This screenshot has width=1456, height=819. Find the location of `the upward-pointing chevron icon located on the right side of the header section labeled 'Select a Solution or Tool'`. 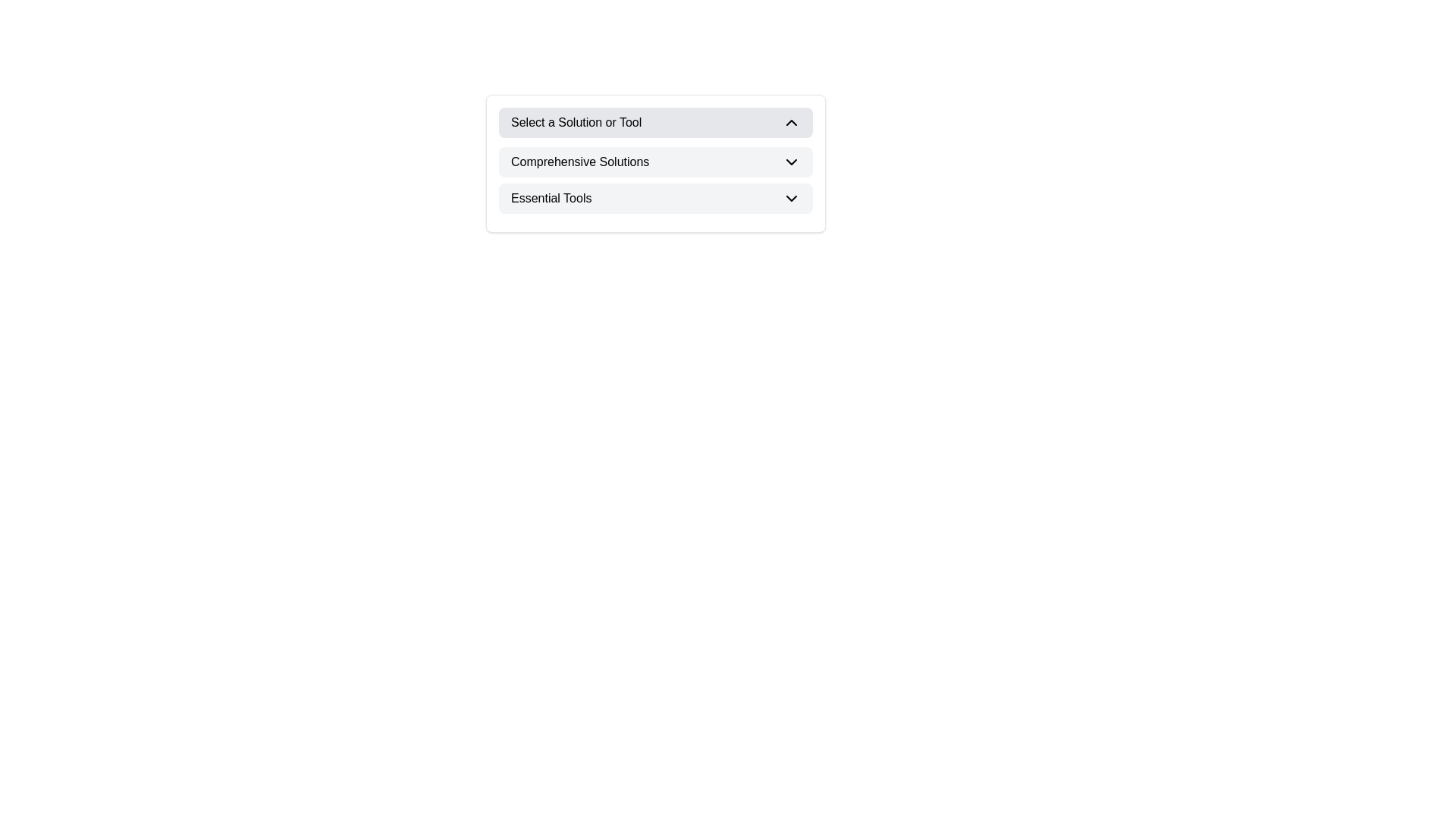

the upward-pointing chevron icon located on the right side of the header section labeled 'Select a Solution or Tool' is located at coordinates (790, 122).